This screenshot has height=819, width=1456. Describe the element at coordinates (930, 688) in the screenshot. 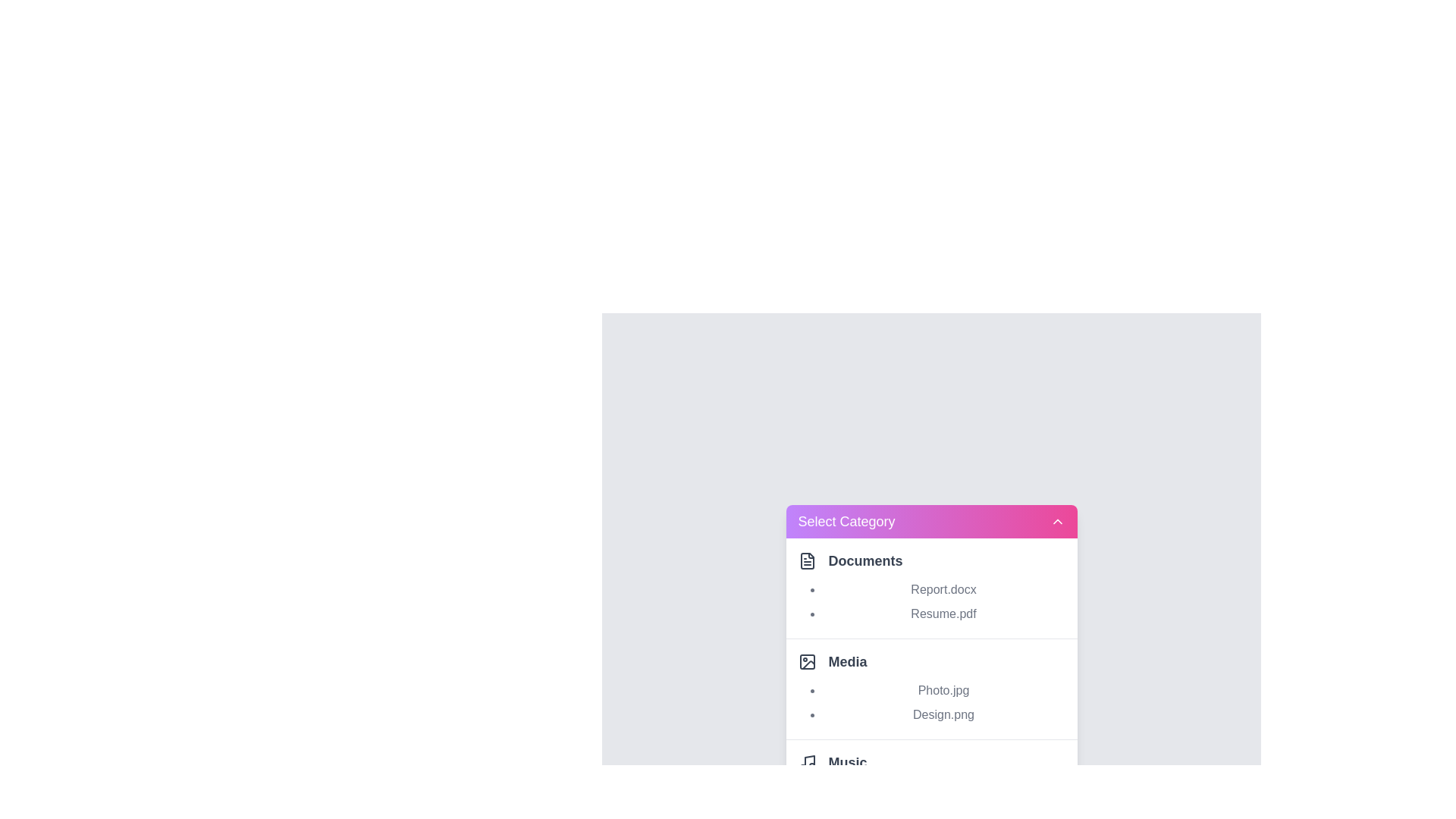

I see `the area` at that location.